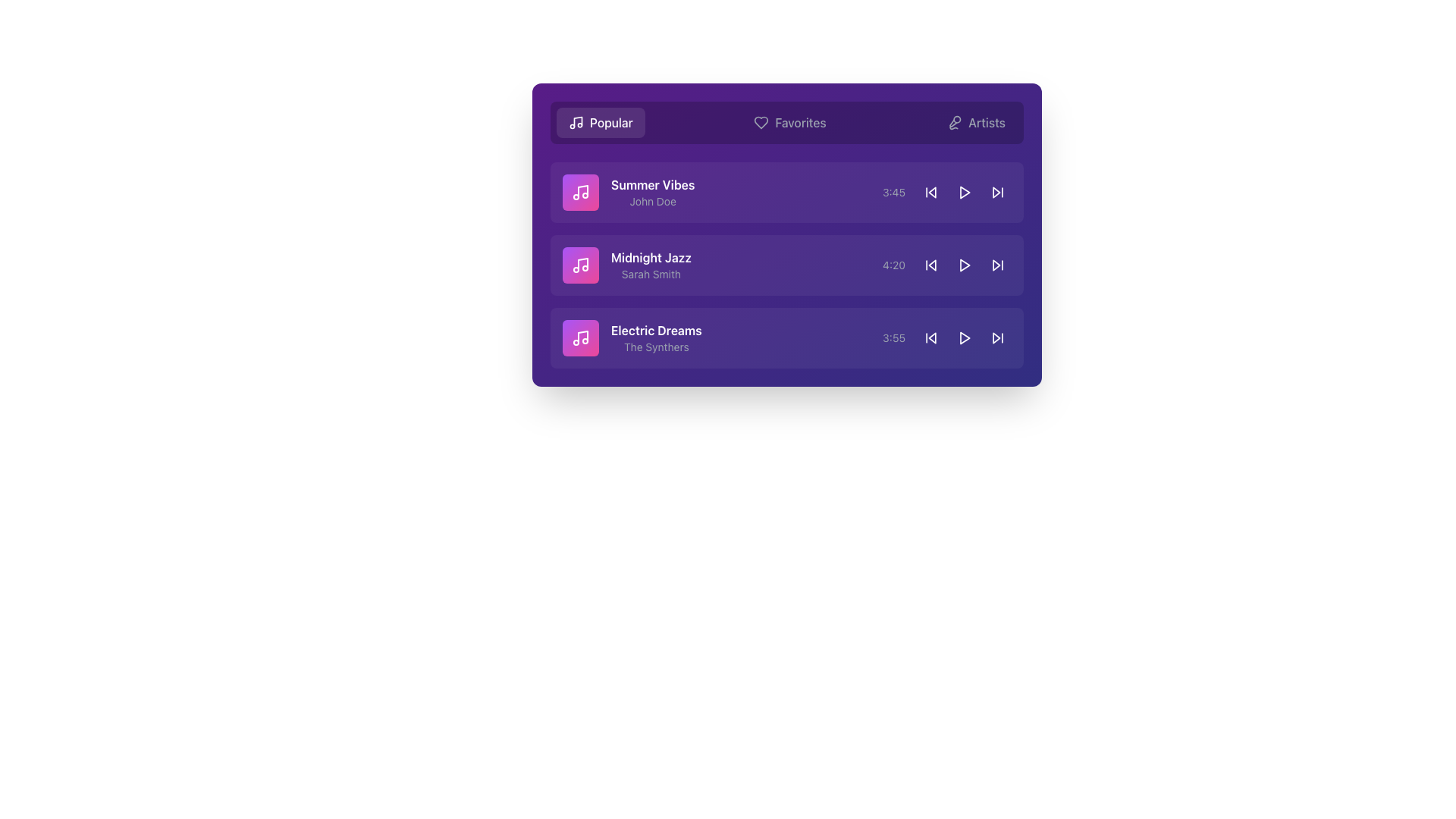 Image resolution: width=1456 pixels, height=819 pixels. Describe the element at coordinates (964, 192) in the screenshot. I see `the playback button located to the right of the first audio entry to initiate playback` at that location.